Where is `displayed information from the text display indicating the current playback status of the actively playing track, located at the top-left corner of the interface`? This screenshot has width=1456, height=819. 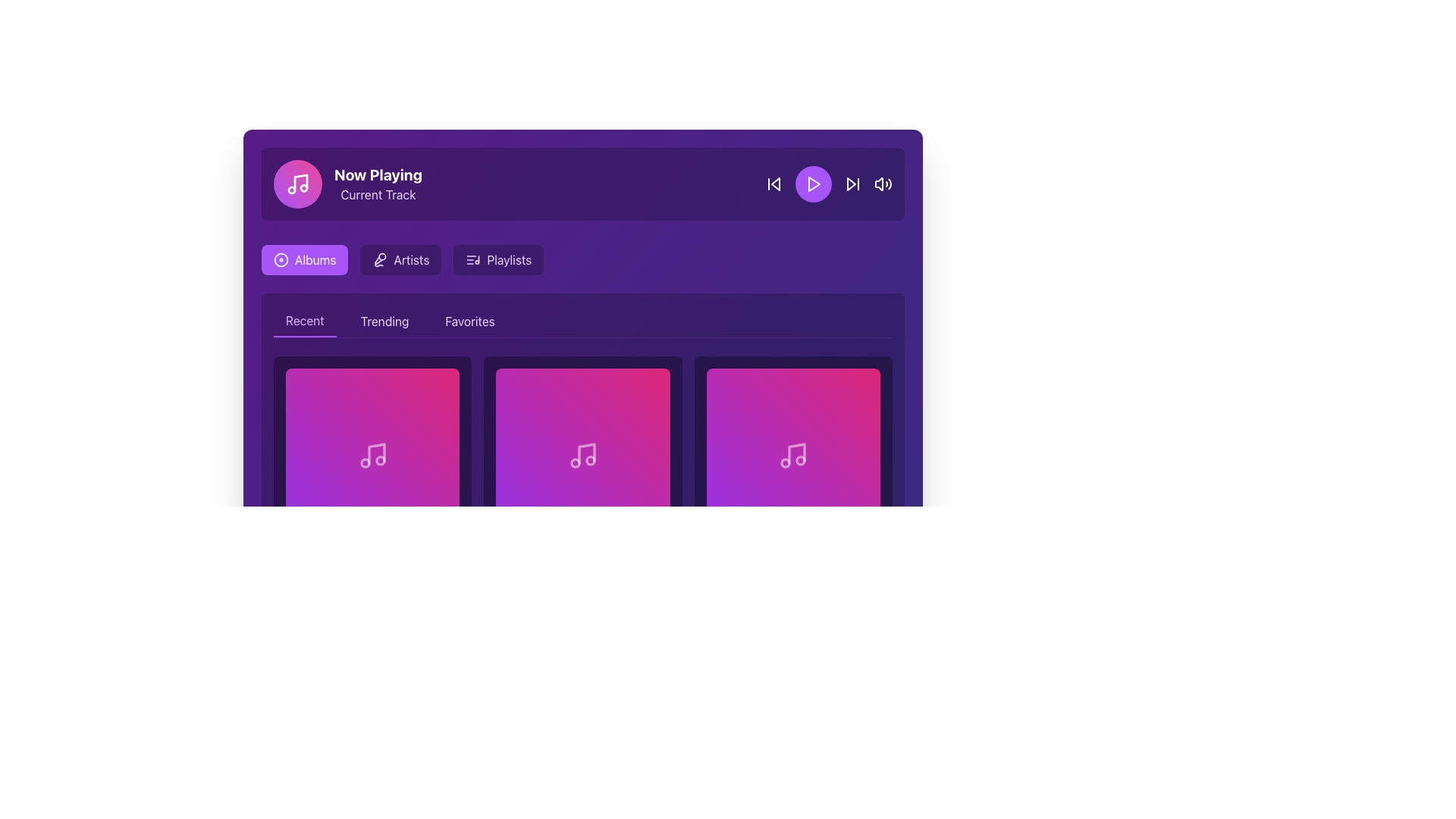 displayed information from the text display indicating the current playback status of the actively playing track, located at the top-left corner of the interface is located at coordinates (378, 184).